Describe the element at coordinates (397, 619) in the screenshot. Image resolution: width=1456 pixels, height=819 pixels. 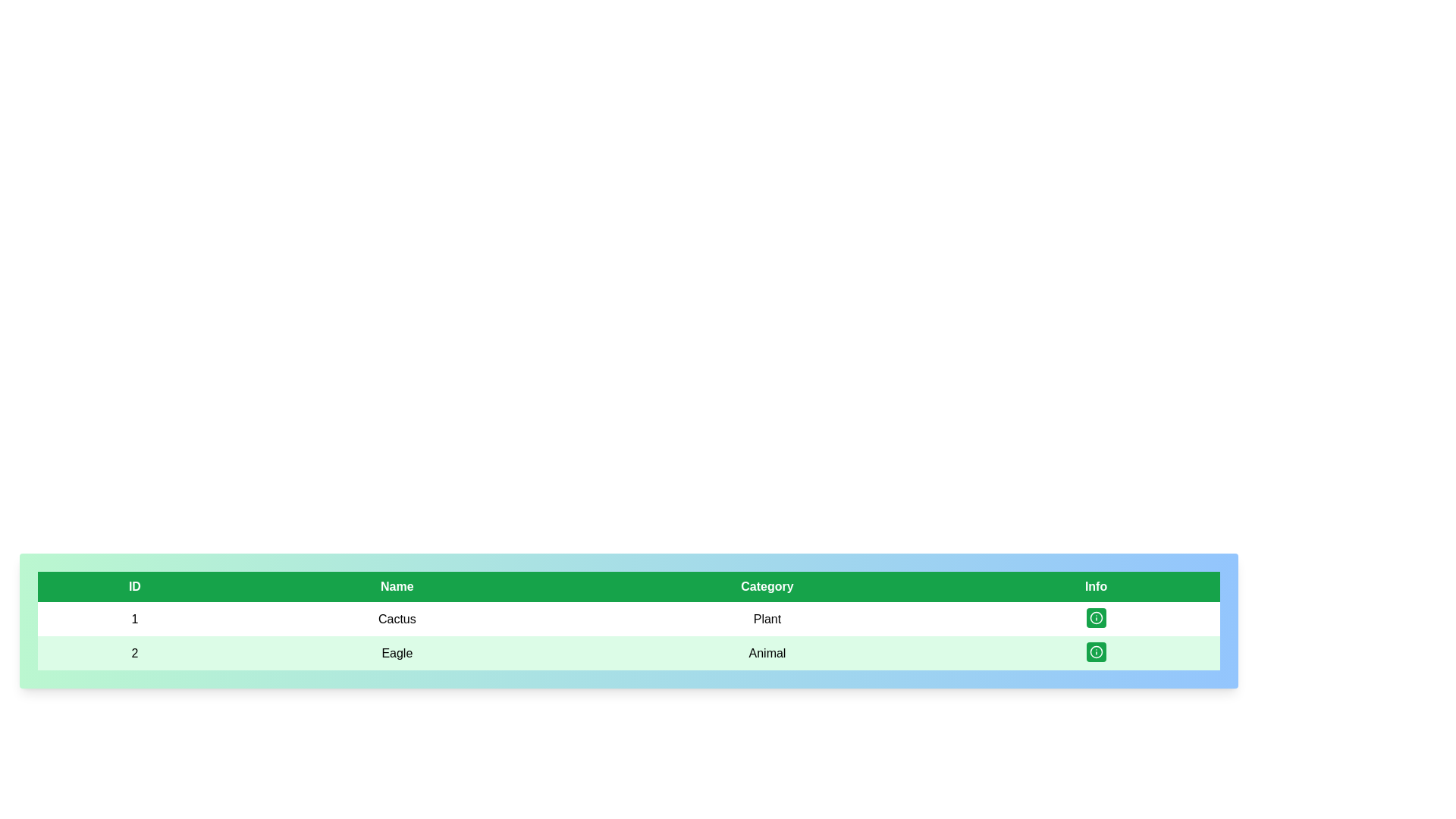
I see `the 'Name' label for the item 'Cactus' located in the second column of the first row of the table` at that location.